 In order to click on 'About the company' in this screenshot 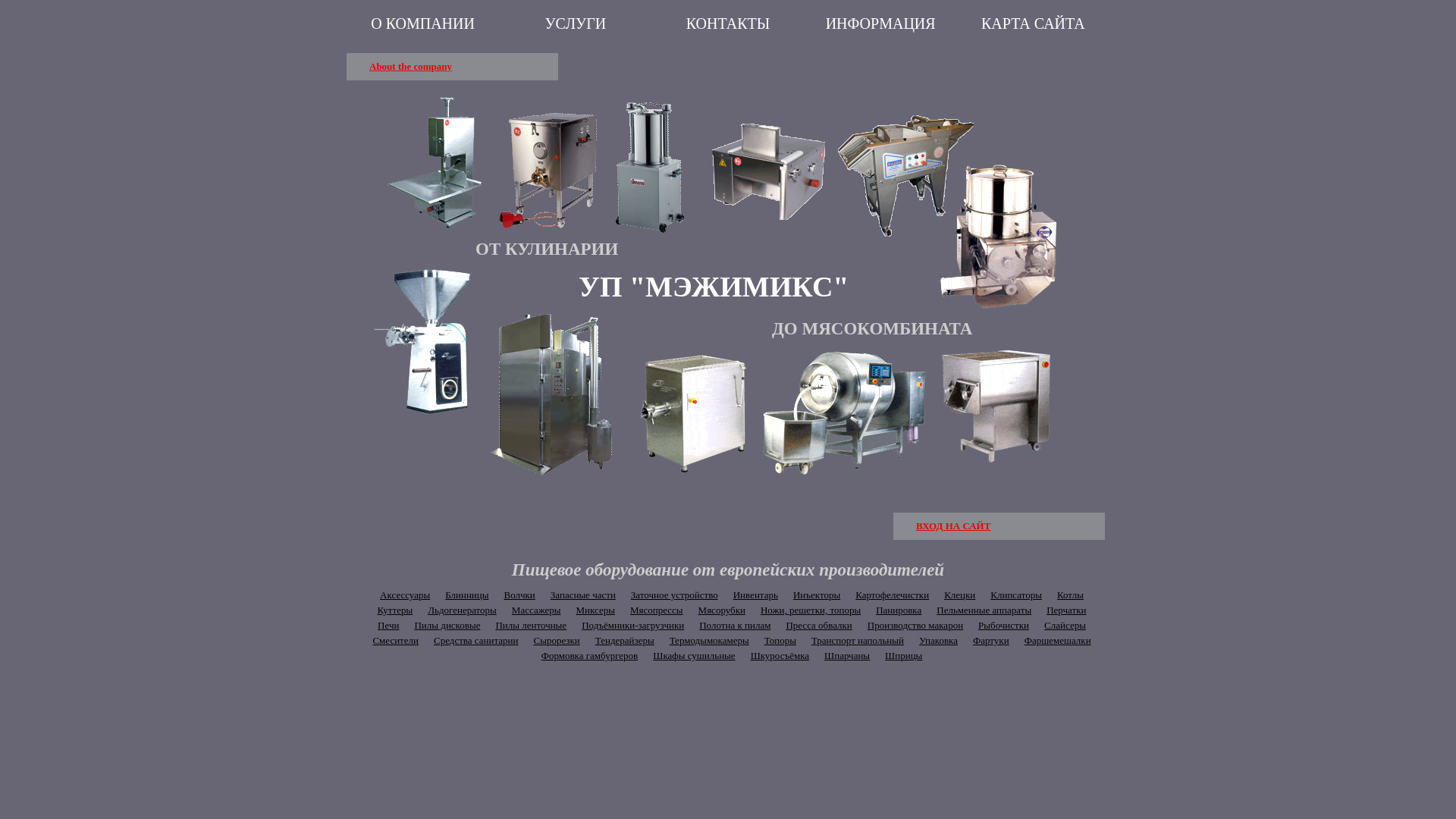, I will do `click(345, 66)`.